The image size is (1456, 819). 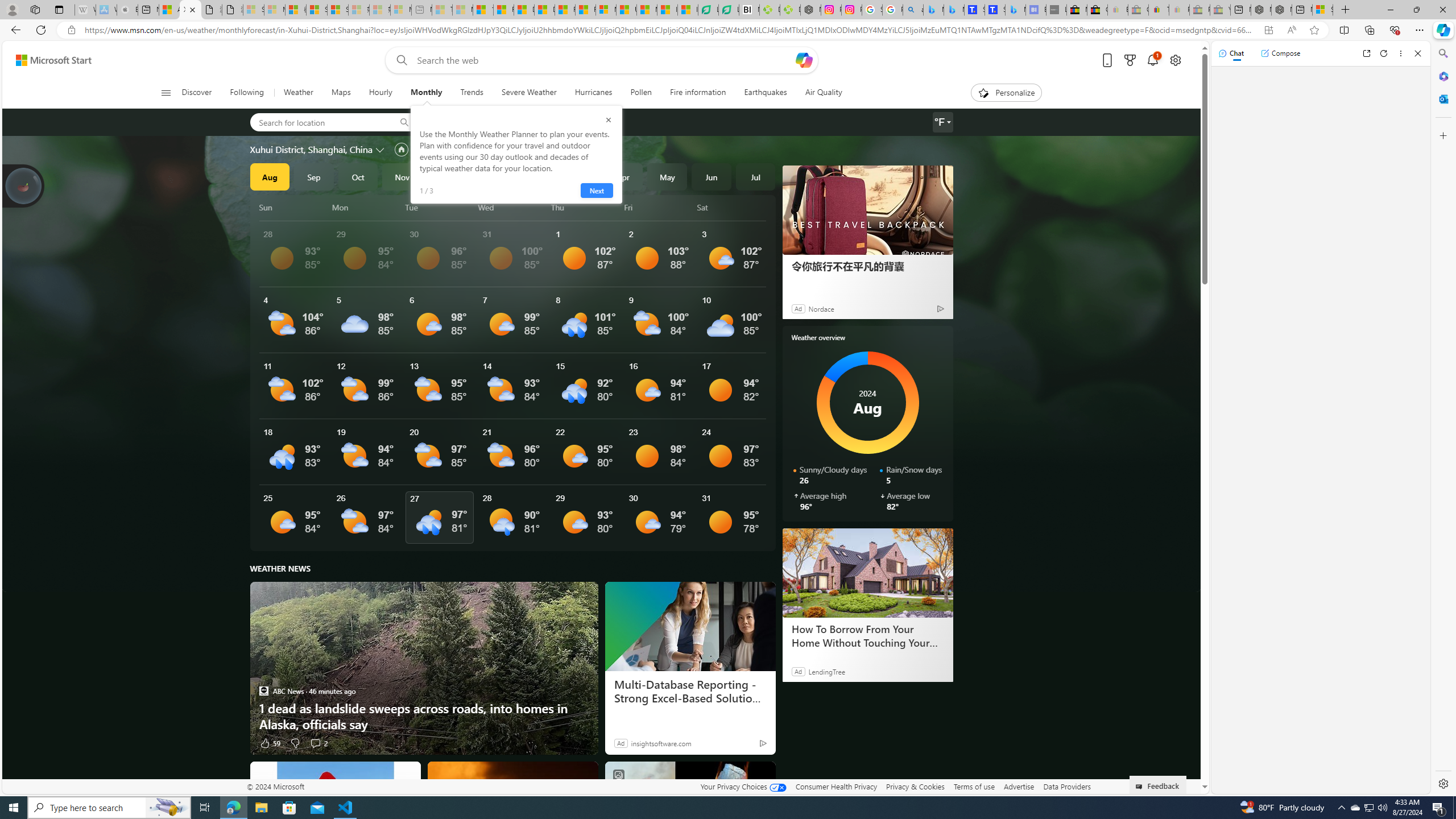 I want to click on 'Earthquakes', so click(x=765, y=92).